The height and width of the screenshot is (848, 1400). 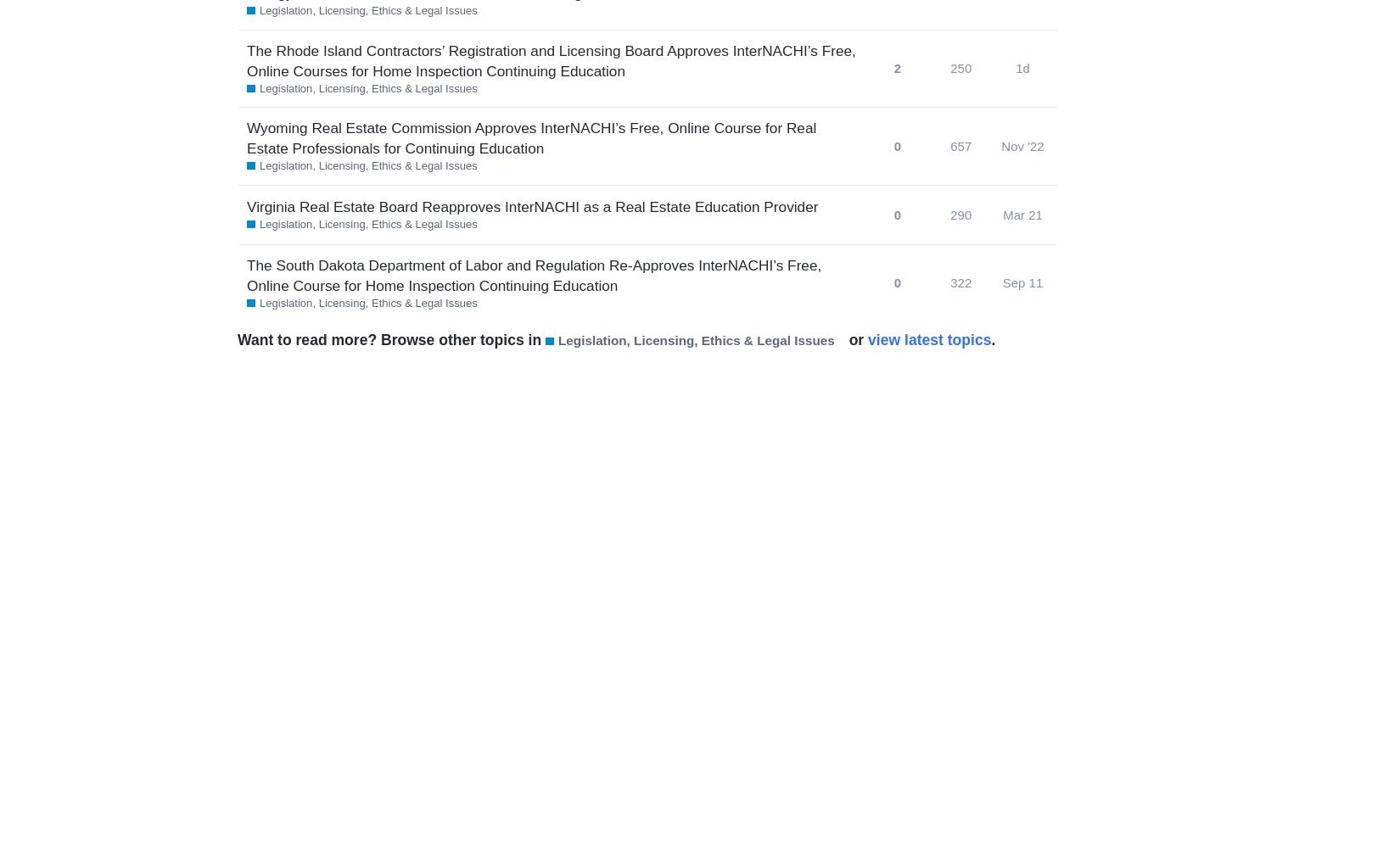 I want to click on 'Nov '22', so click(x=1022, y=145).